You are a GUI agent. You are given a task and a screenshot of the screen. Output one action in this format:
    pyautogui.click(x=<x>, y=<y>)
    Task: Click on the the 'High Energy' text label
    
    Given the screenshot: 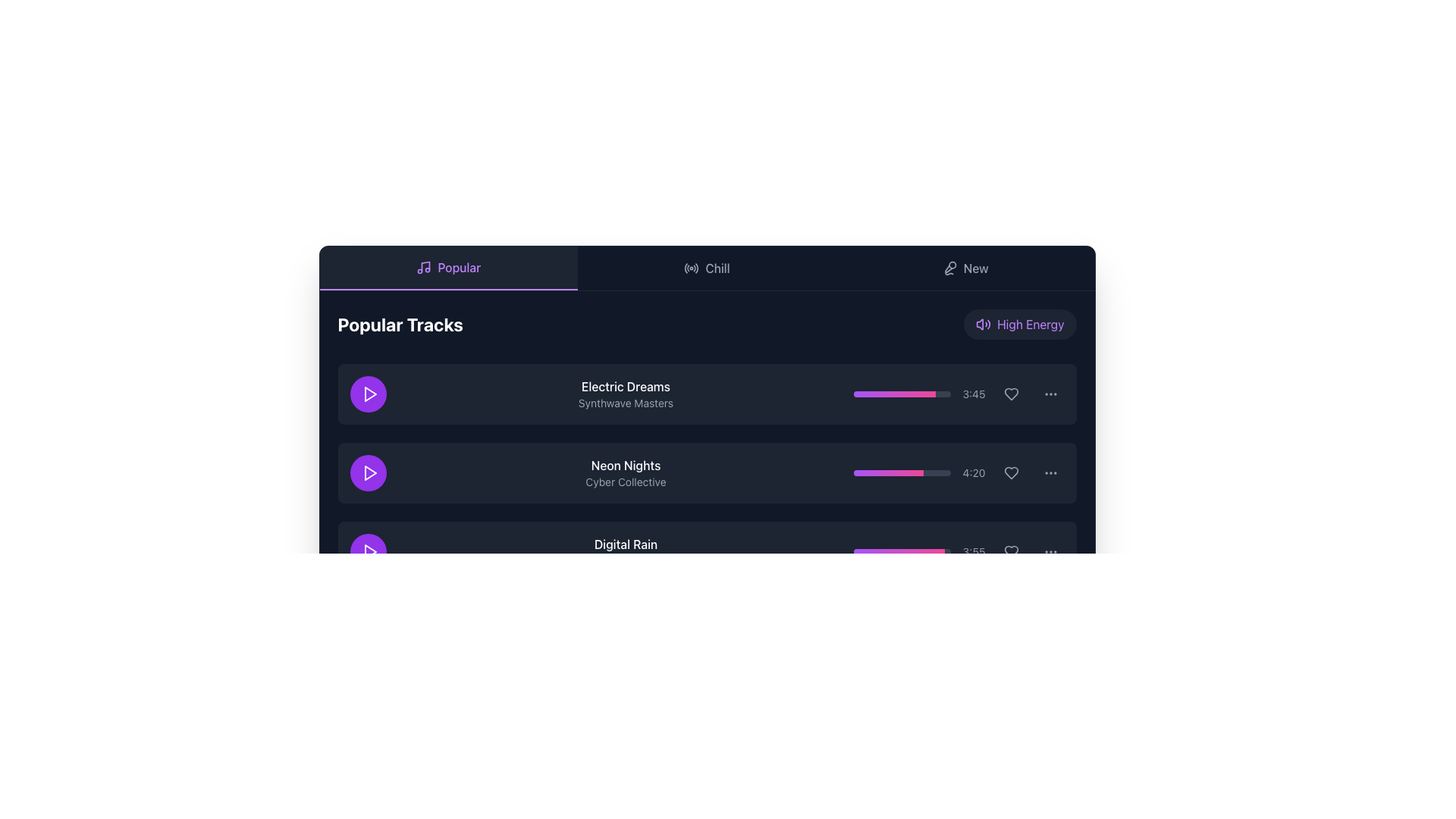 What is the action you would take?
    pyautogui.click(x=1031, y=324)
    